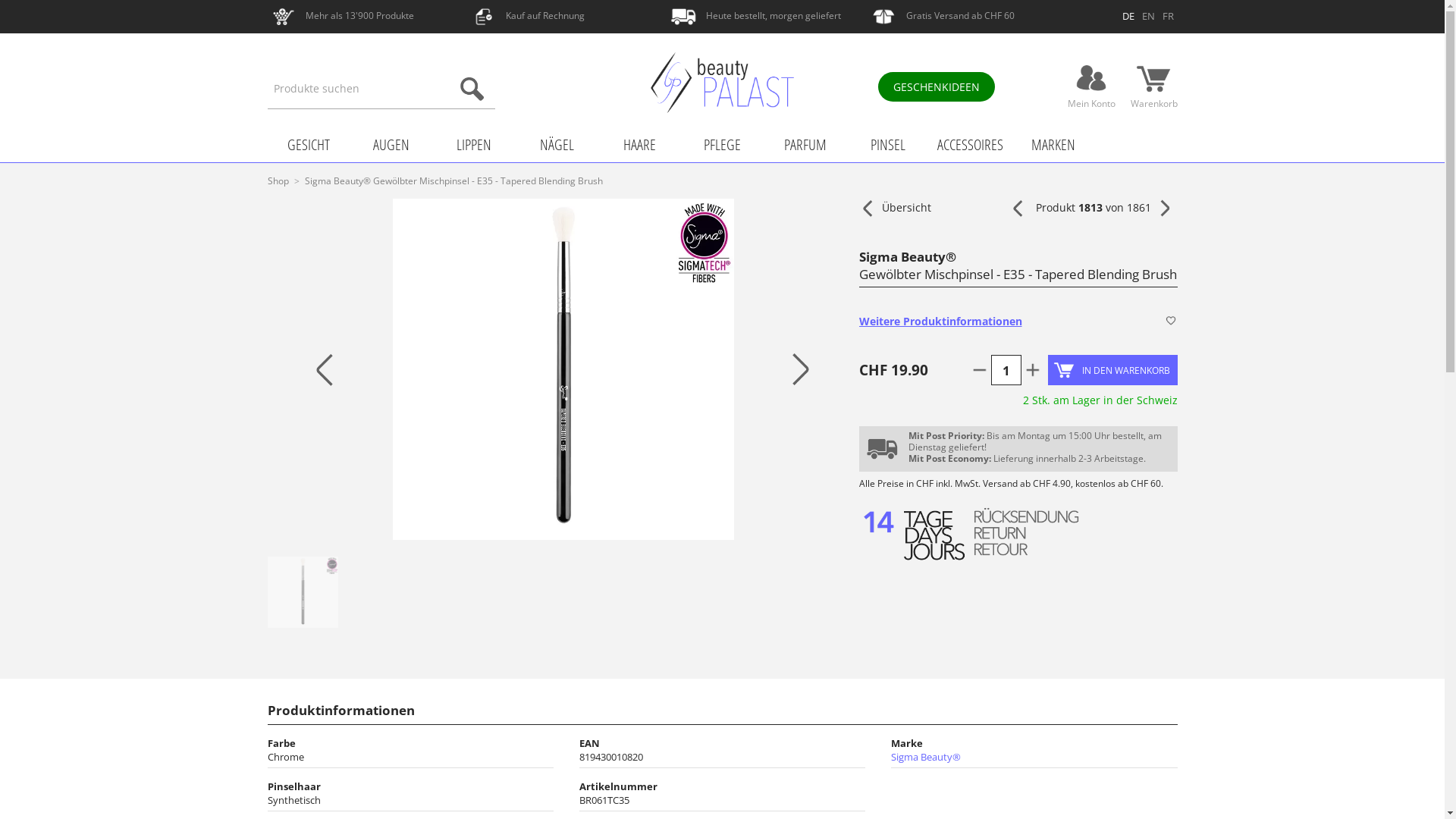  What do you see at coordinates (1167, 15) in the screenshot?
I see `'FR'` at bounding box center [1167, 15].